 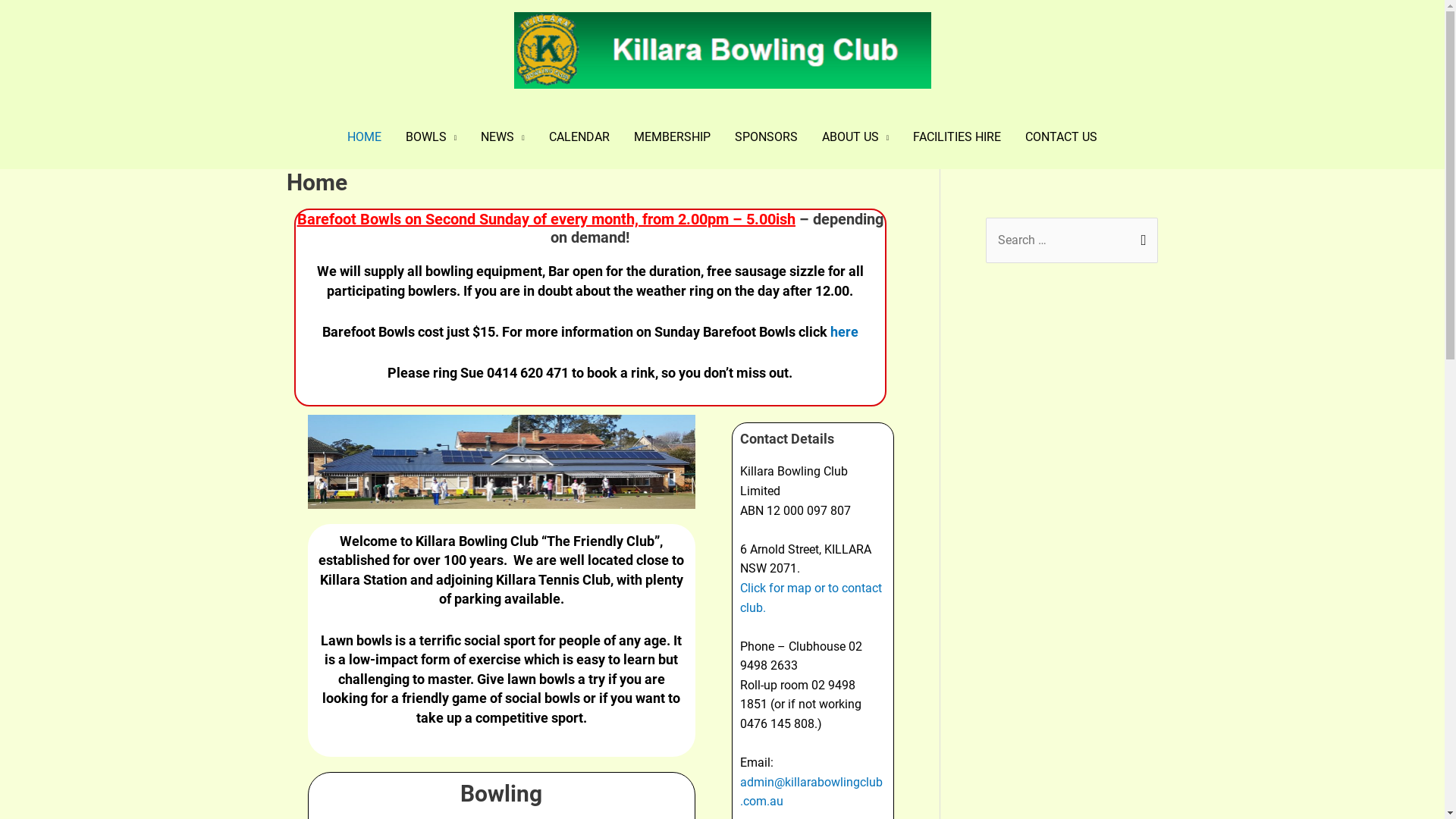 What do you see at coordinates (810, 597) in the screenshot?
I see `'Click for map or to contact club.'` at bounding box center [810, 597].